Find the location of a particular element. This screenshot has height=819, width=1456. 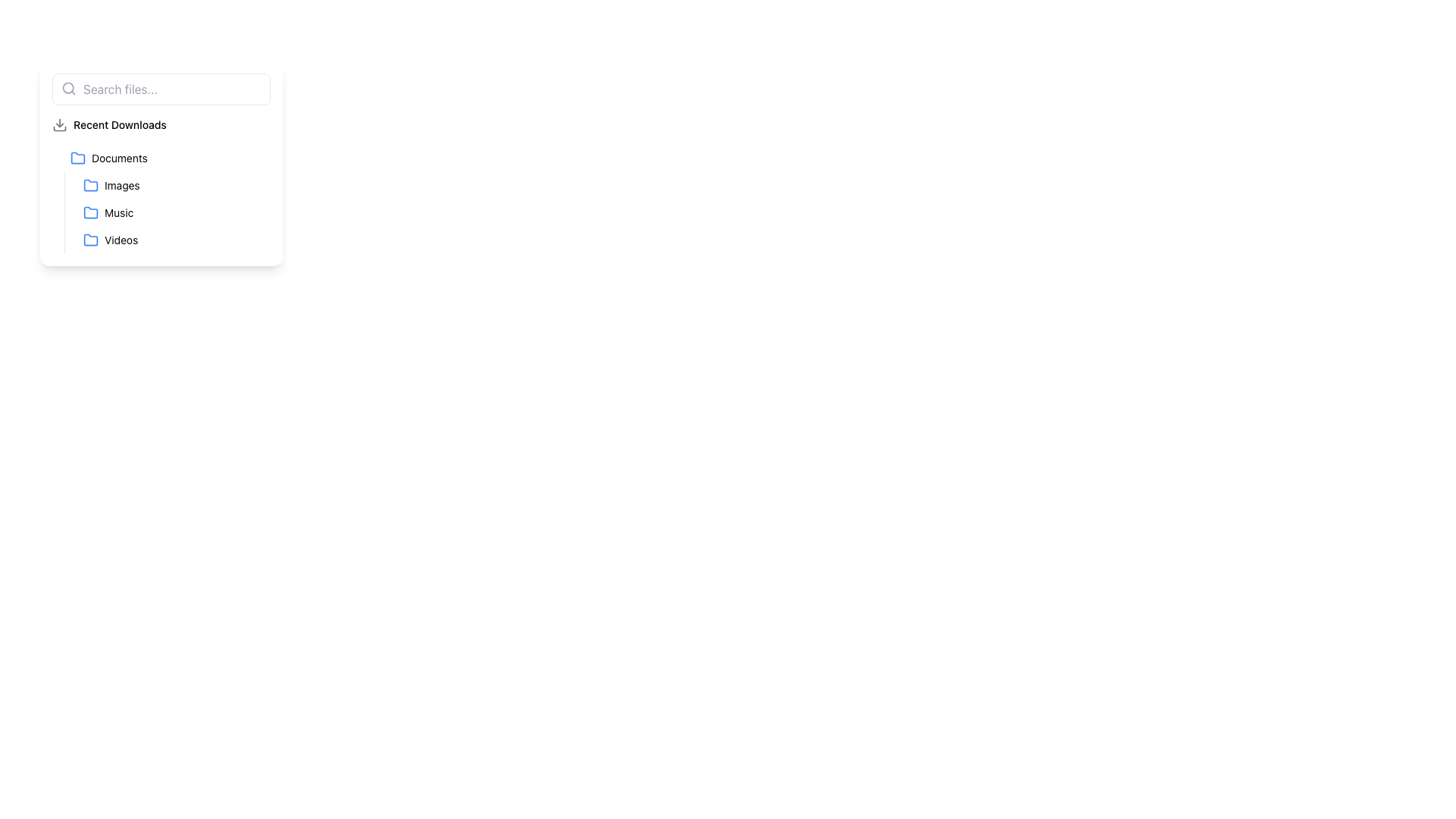

the search icon located at the top-left corner of the search input field, which symbolizes the search functionality is located at coordinates (68, 88).